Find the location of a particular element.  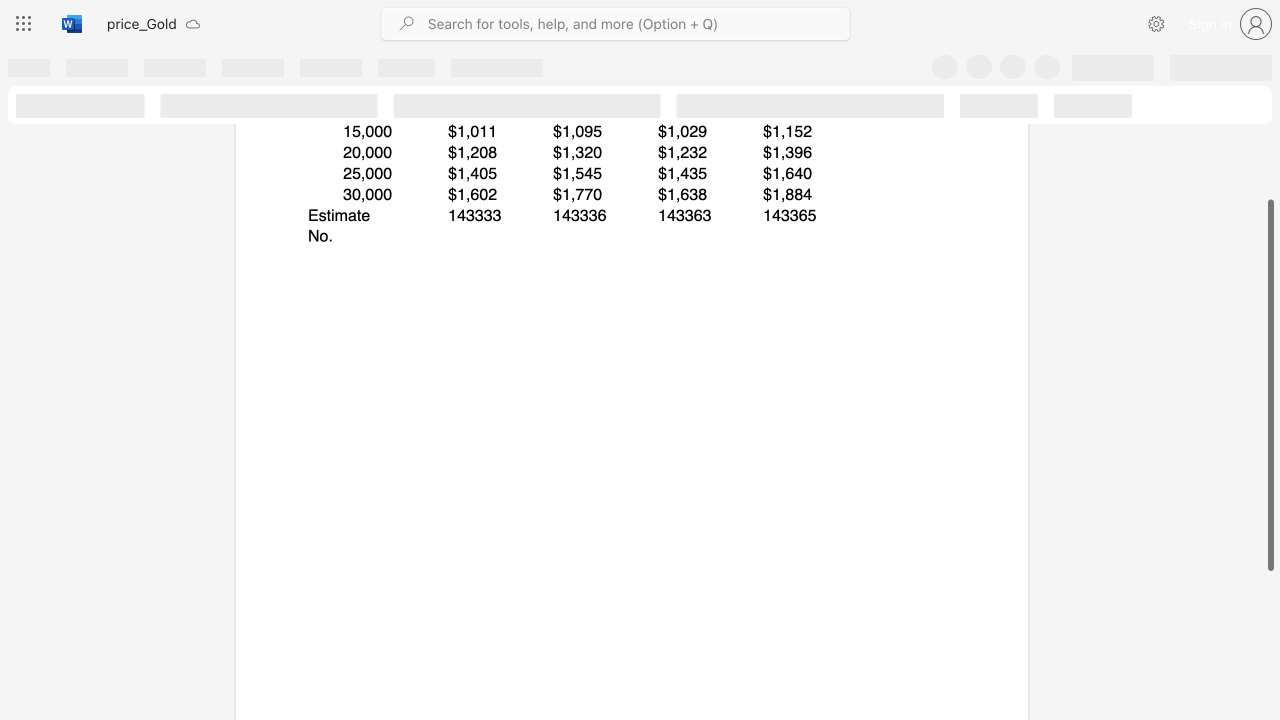

the scrollbar and move up 250 pixels is located at coordinates (1269, 385).